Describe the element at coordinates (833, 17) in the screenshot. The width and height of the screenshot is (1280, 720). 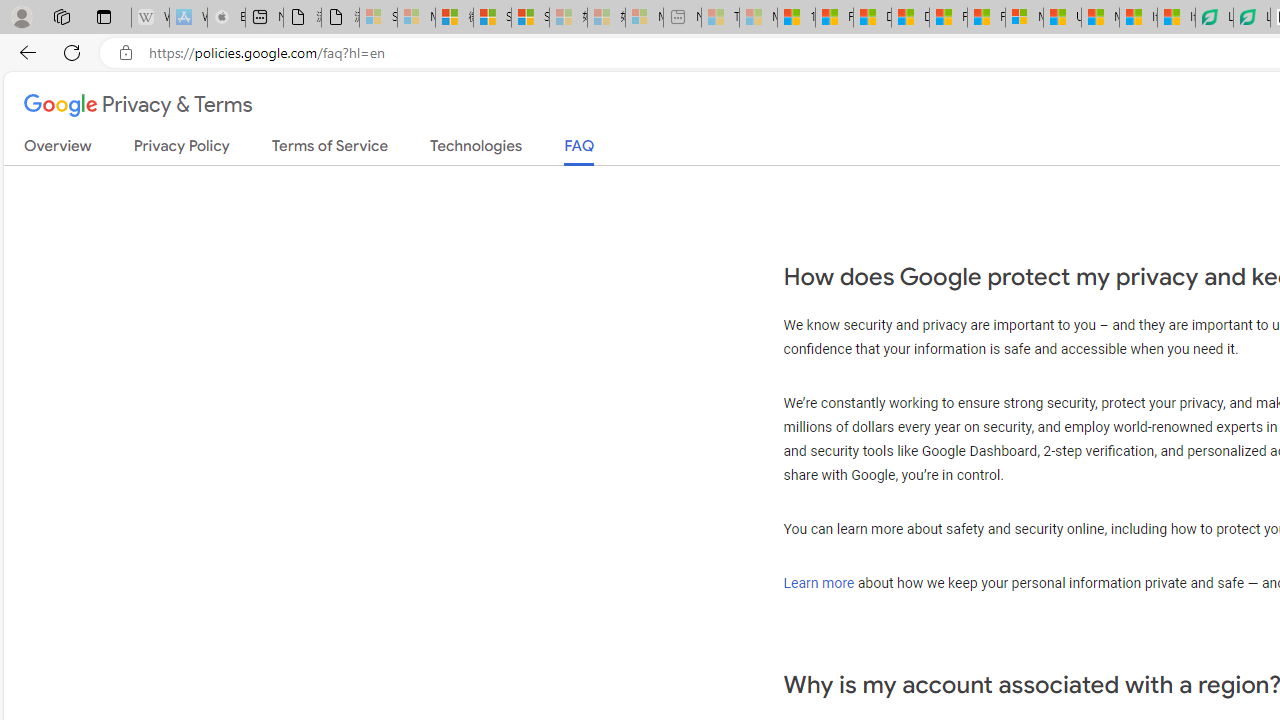
I see `'Food and Drink - MSN'` at that location.